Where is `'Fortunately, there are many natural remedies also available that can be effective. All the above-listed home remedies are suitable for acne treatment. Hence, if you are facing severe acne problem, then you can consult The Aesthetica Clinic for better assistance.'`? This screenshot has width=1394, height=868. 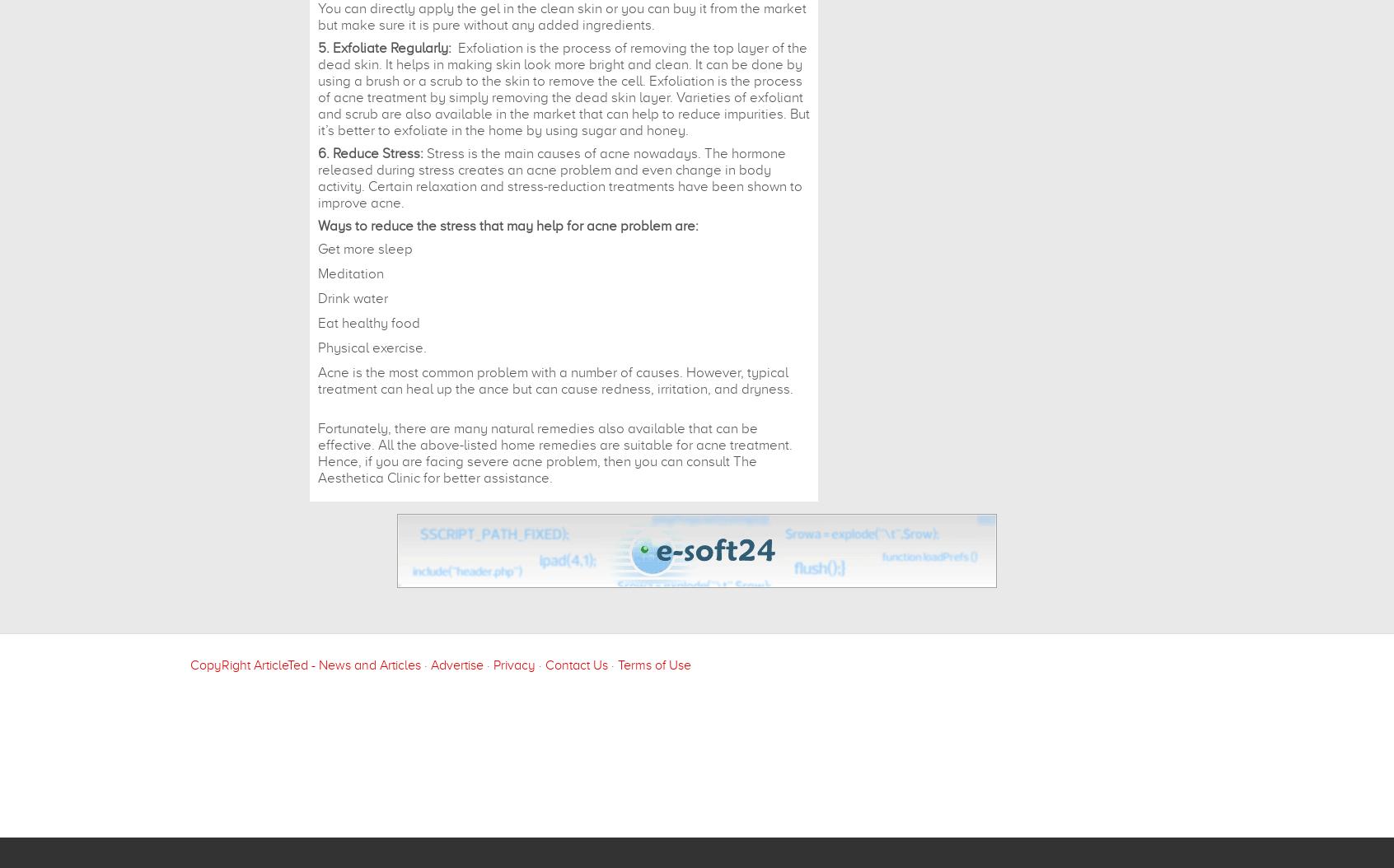
'Fortunately, there are many natural remedies also available that can be effective. All the above-listed home remedies are suitable for acne treatment. Hence, if you are facing severe acne problem, then you can consult The Aesthetica Clinic for better assistance.' is located at coordinates (554, 453).